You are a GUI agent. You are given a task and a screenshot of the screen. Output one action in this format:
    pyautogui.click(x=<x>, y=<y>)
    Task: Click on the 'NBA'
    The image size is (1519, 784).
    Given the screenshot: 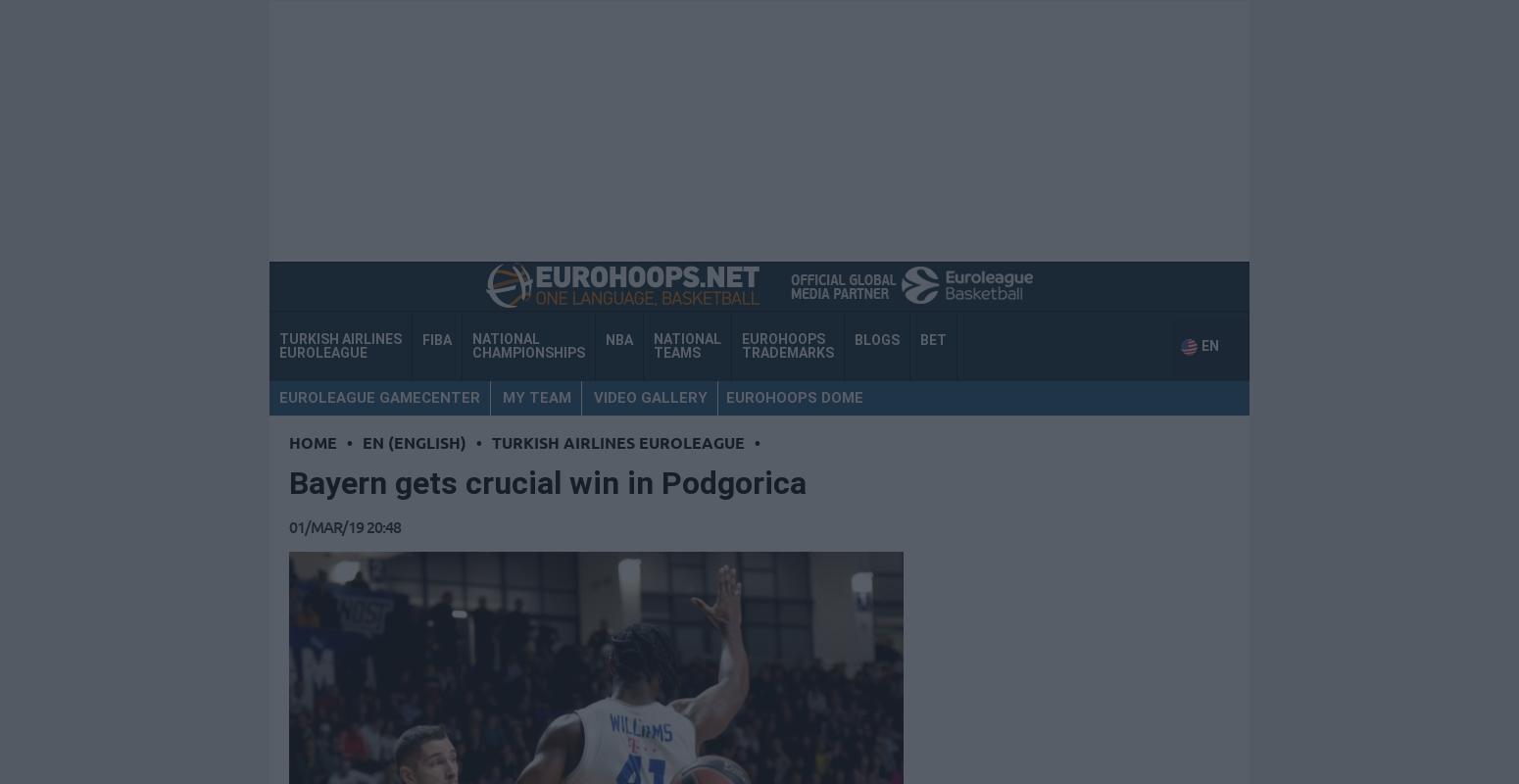 What is the action you would take?
    pyautogui.click(x=617, y=339)
    